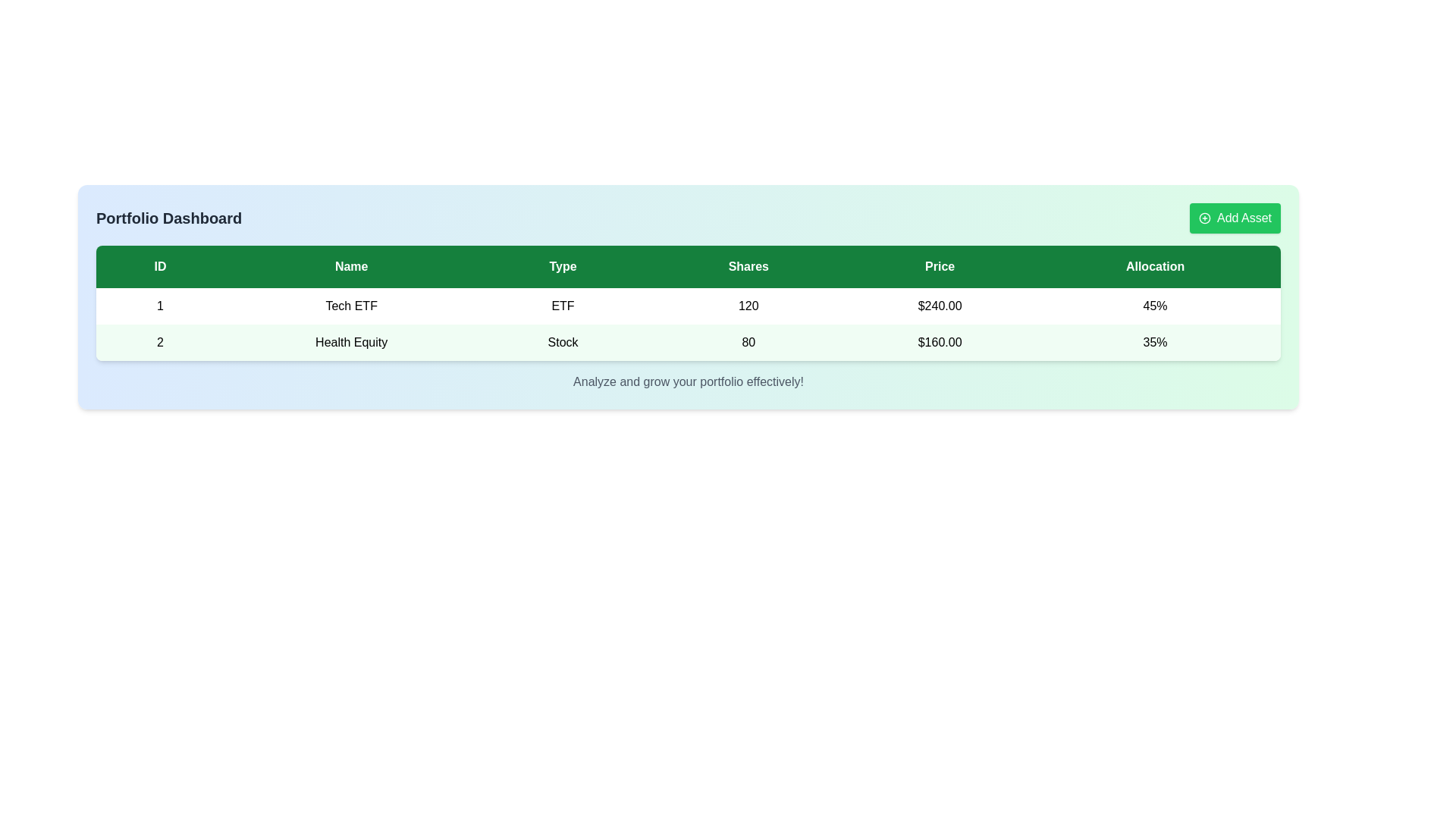 The image size is (1456, 819). I want to click on the '35%' text label displayed in black on a light green background, located in the 'Allocation' column of the table's second row, so click(1154, 342).